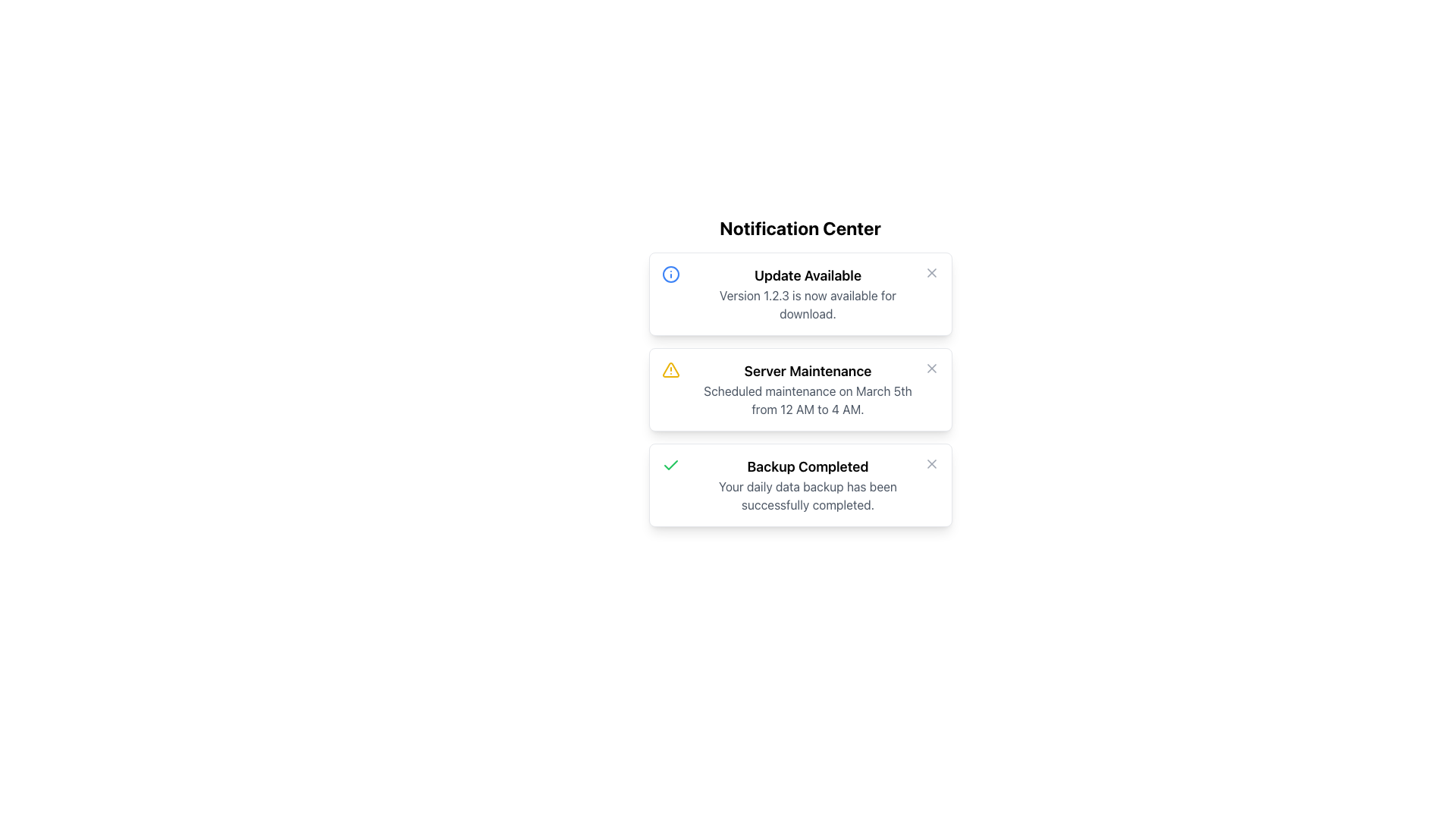  I want to click on the Text Block that confirms the successful completion of the data backup operation, located in the third notification card, so click(807, 485).